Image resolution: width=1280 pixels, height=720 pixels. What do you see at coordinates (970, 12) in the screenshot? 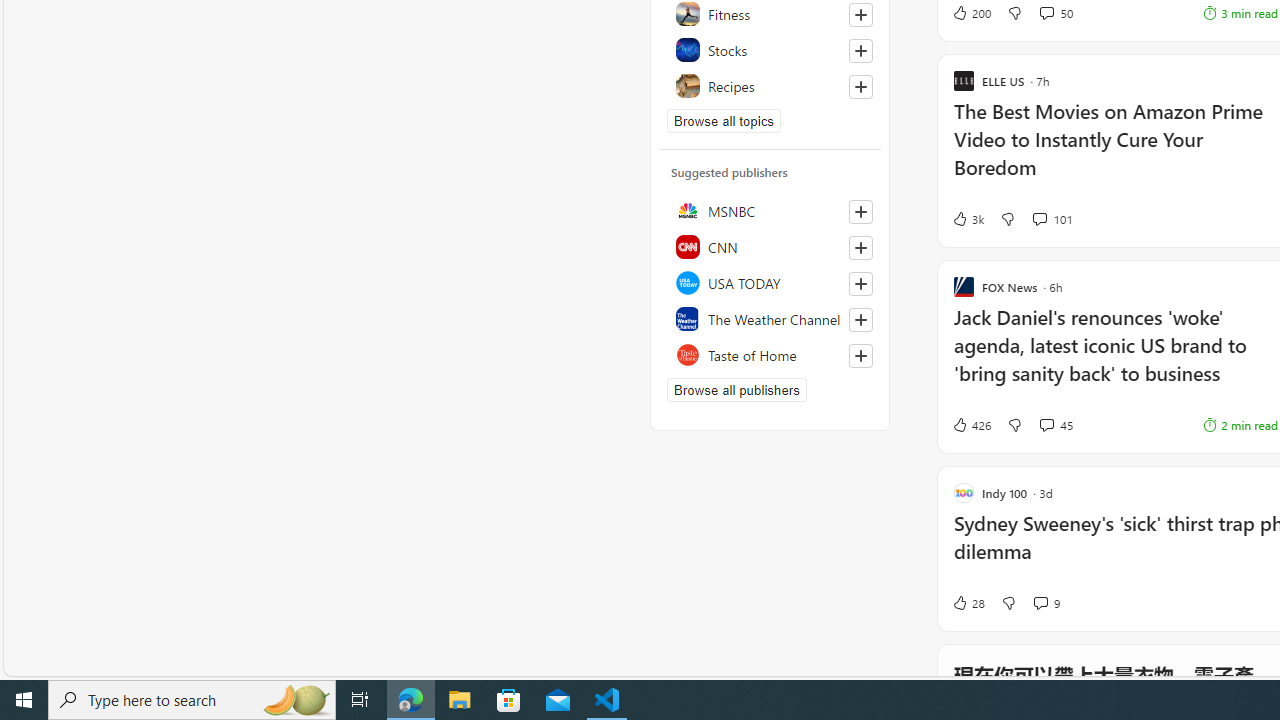
I see `'200 Like'` at bounding box center [970, 12].